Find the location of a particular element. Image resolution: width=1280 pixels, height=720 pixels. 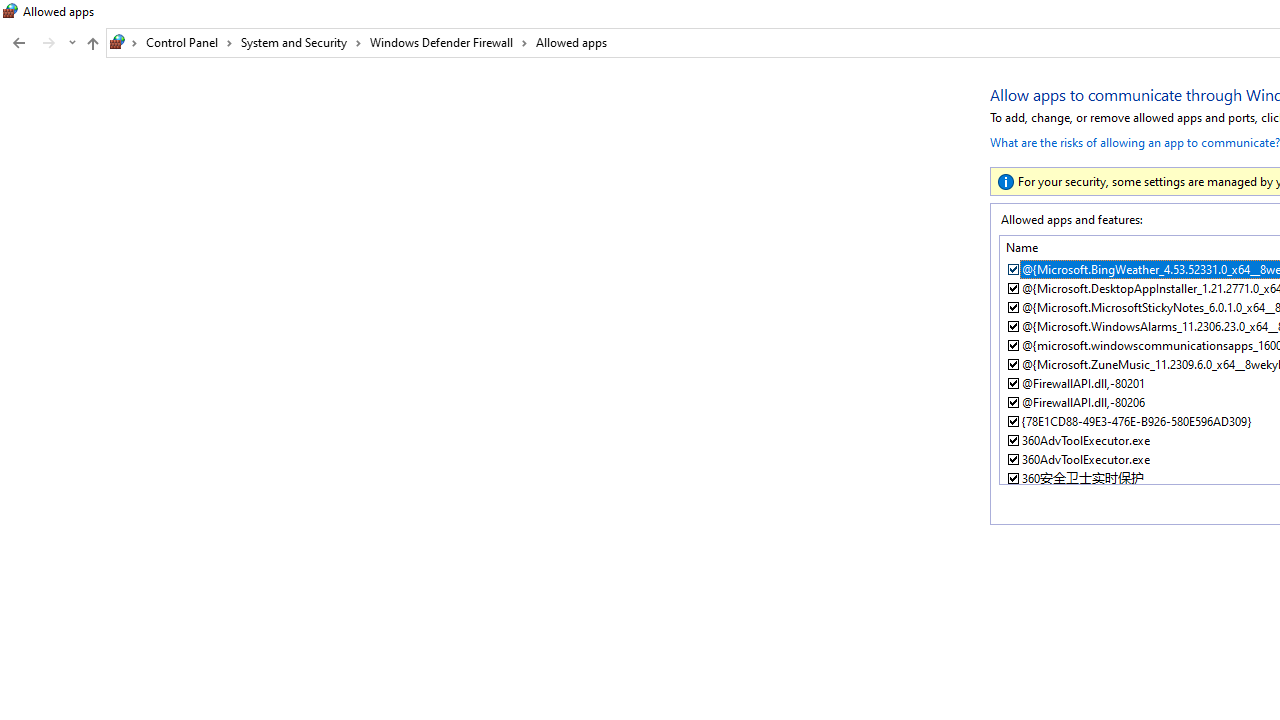

'Windows Defender Firewall' is located at coordinates (448, 42).